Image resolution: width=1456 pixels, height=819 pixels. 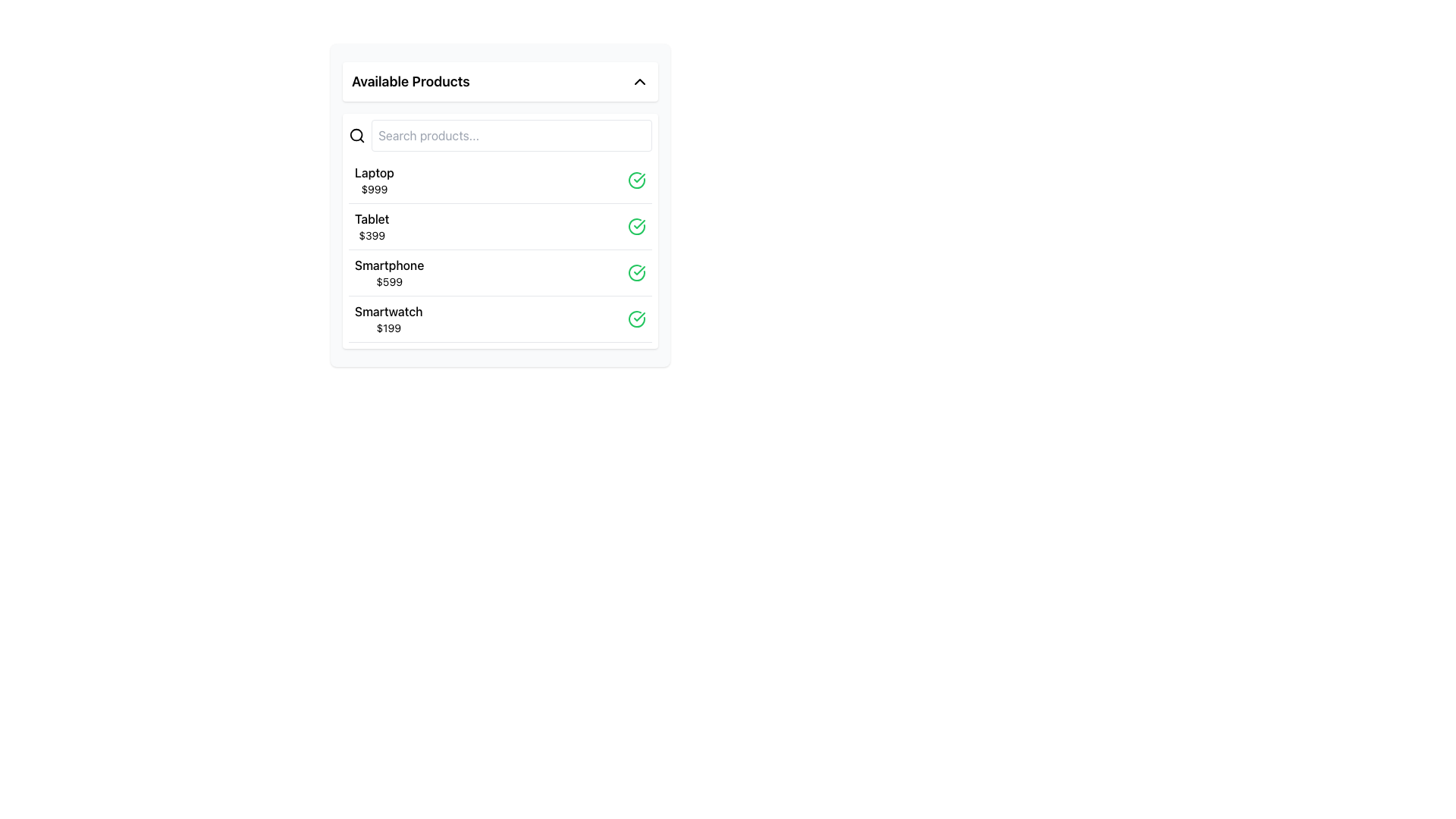 What do you see at coordinates (388, 327) in the screenshot?
I see `the static text element displaying the price '$199' located directly beneath the 'Smartwatch' product name` at bounding box center [388, 327].